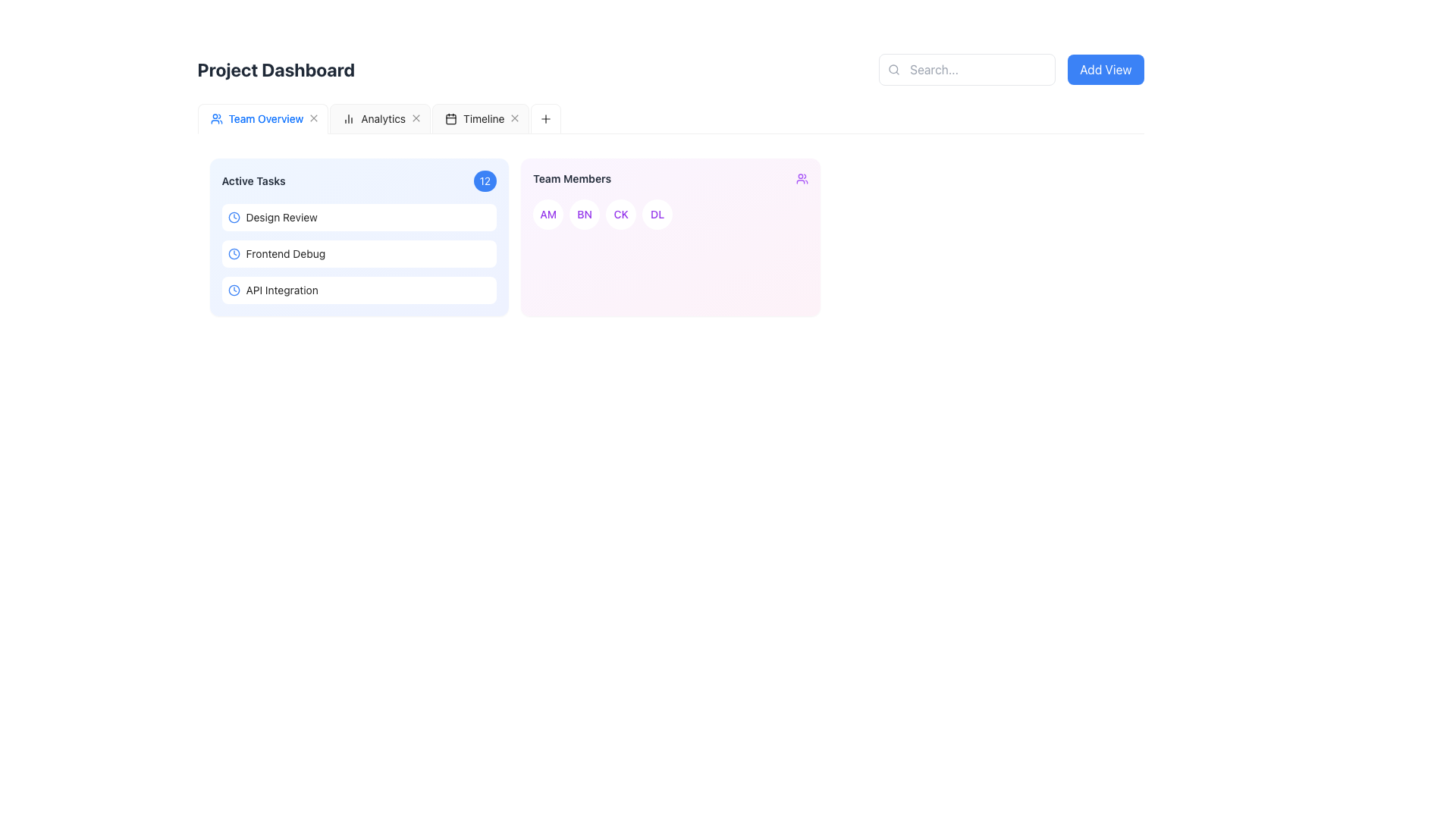 The width and height of the screenshot is (1456, 819). What do you see at coordinates (358, 290) in the screenshot?
I see `the third item` at bounding box center [358, 290].